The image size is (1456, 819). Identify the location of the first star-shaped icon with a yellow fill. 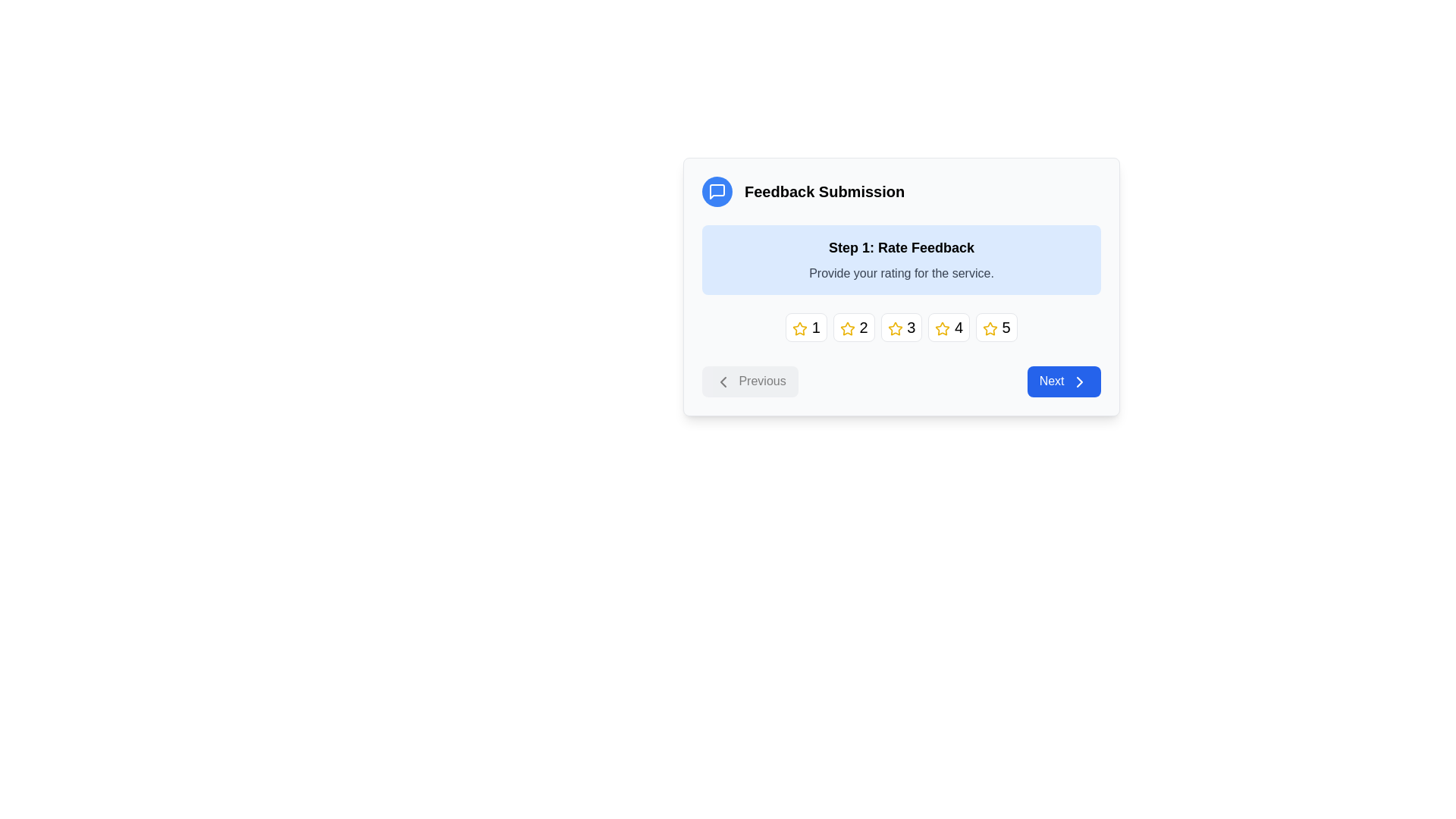
(799, 328).